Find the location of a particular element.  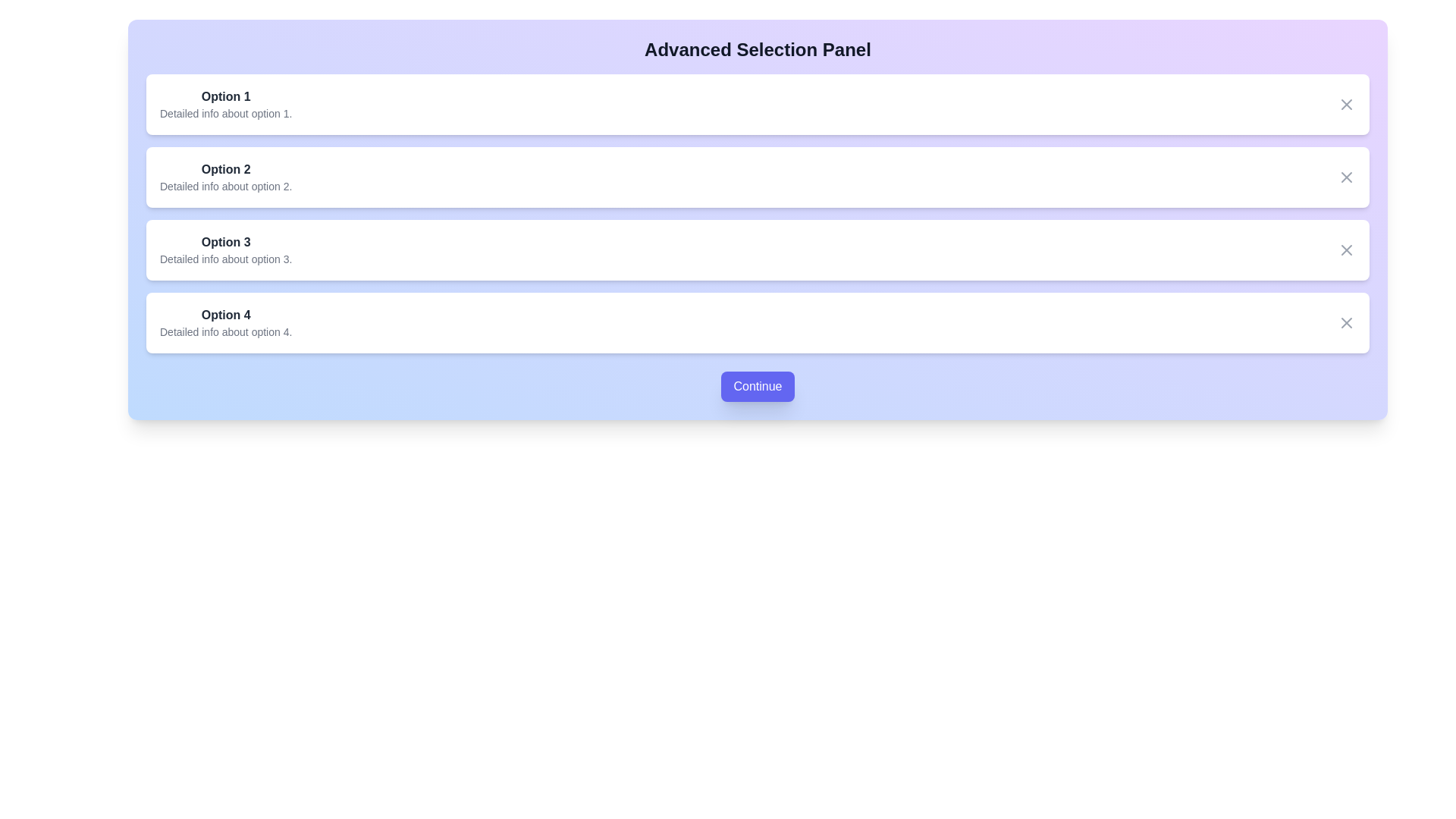

the text label providing additional information about 'Option 4', which is centrally aligned below the text 'Option 4' in the fourth option block is located at coordinates (225, 331).